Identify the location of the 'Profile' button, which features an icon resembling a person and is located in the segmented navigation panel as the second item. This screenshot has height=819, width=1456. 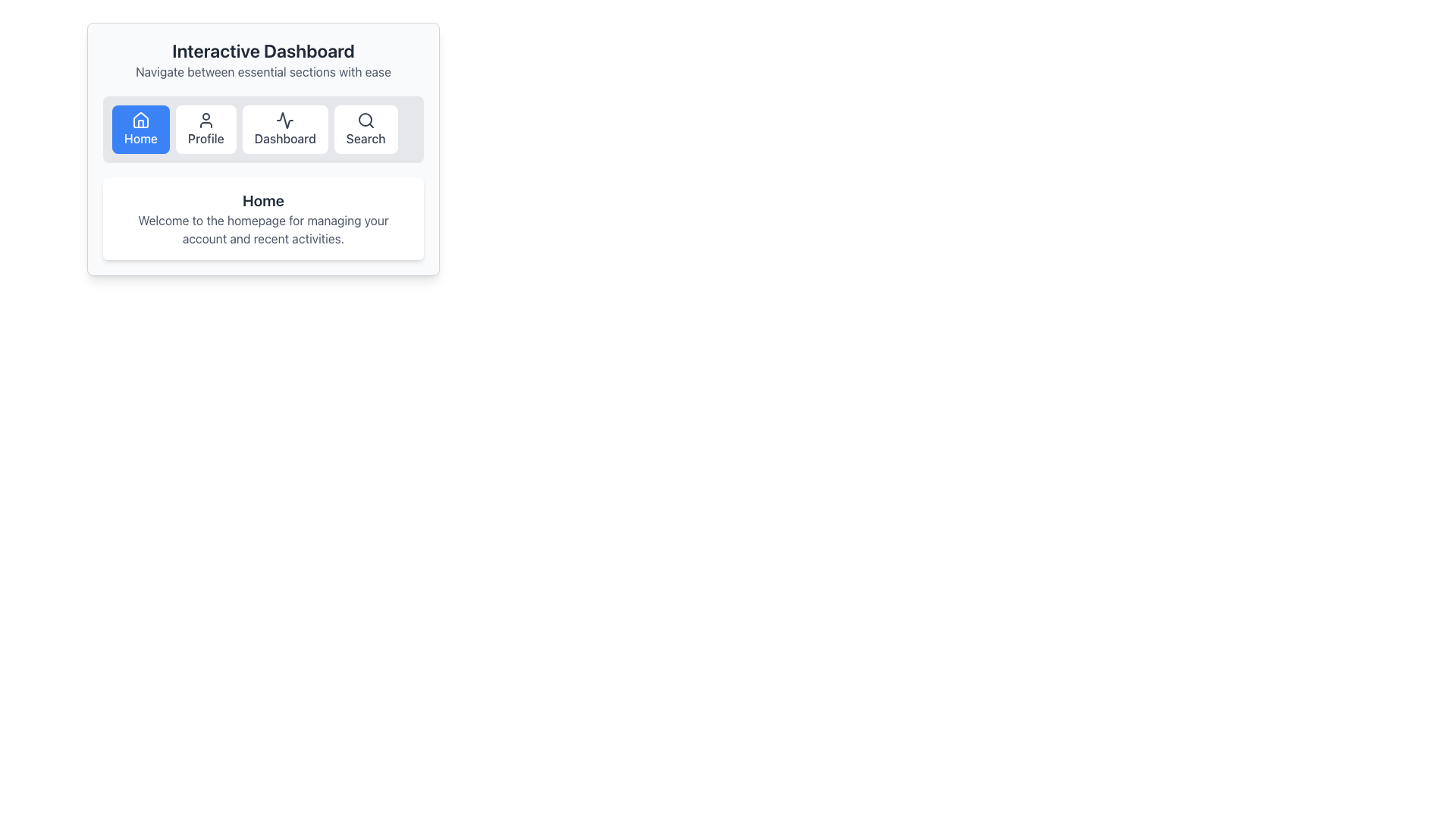
(205, 128).